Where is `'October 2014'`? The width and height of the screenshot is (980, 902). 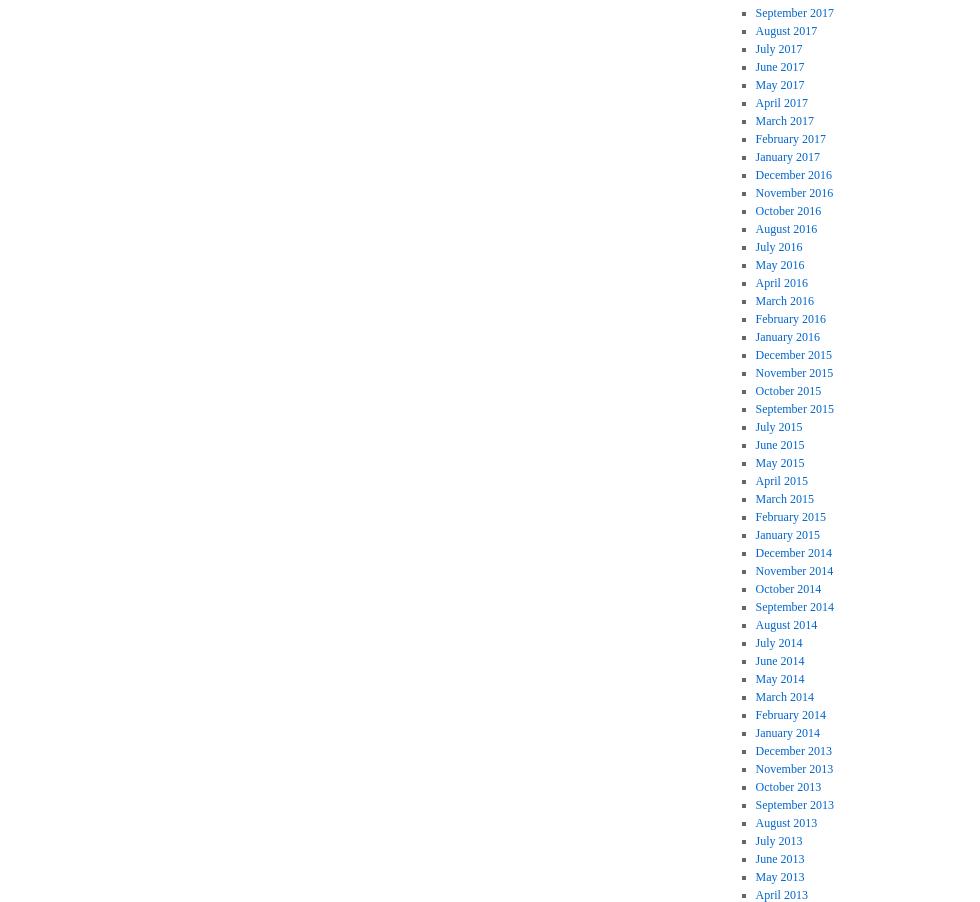 'October 2014' is located at coordinates (754, 588).